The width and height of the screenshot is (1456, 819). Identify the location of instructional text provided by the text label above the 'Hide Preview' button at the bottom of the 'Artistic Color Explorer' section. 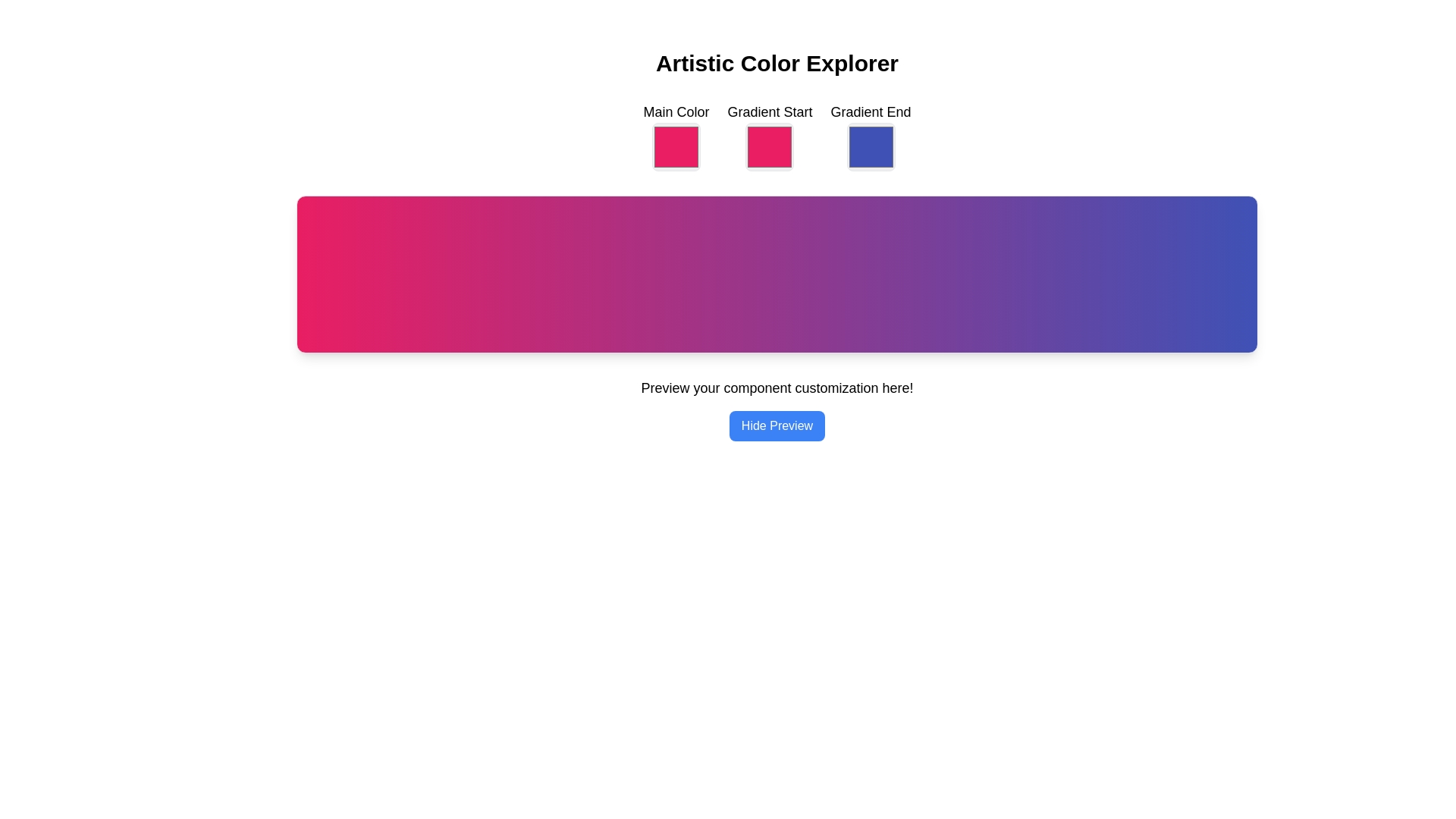
(777, 409).